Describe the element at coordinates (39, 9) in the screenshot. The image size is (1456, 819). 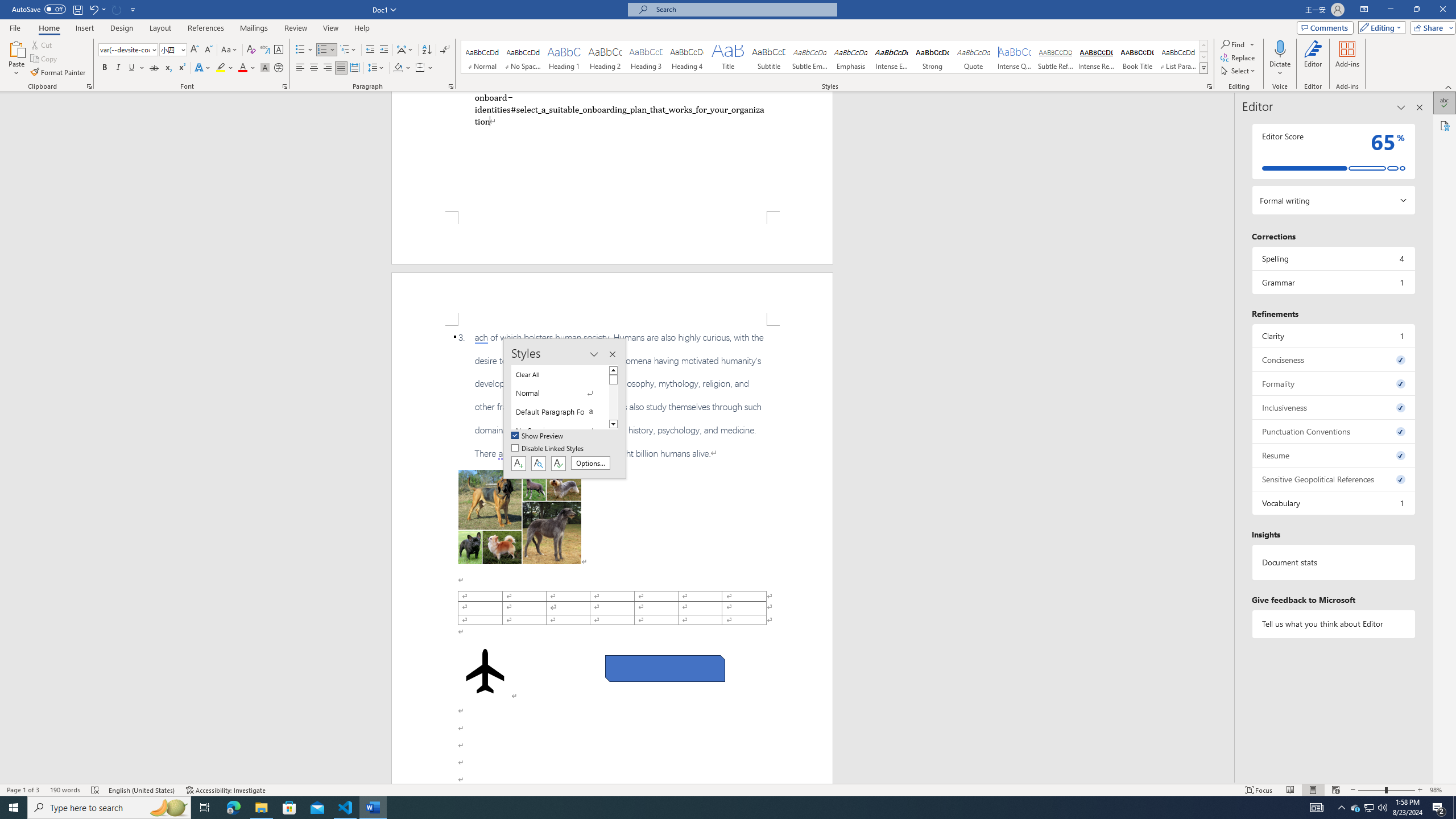
I see `'AutoSave'` at that location.